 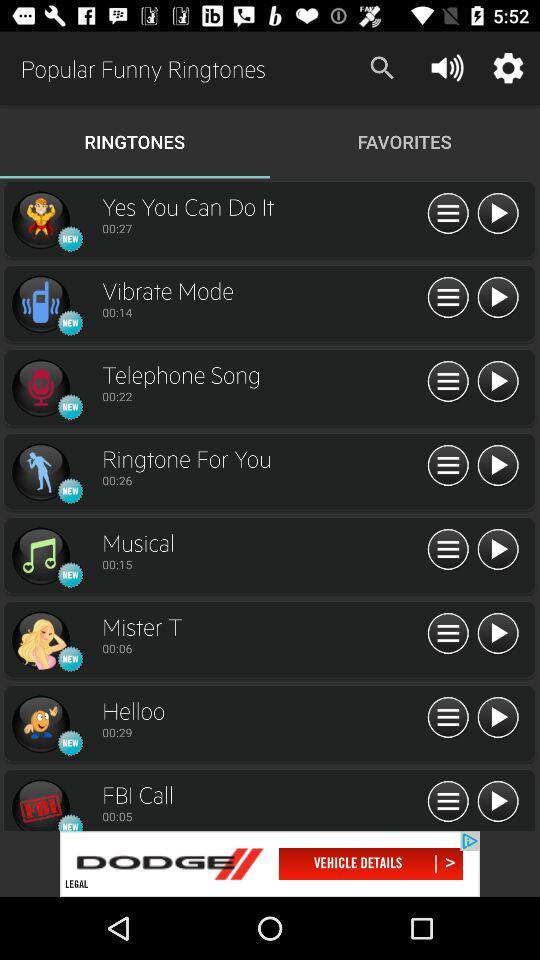 What do you see at coordinates (496, 297) in the screenshot?
I see `ringtone` at bounding box center [496, 297].